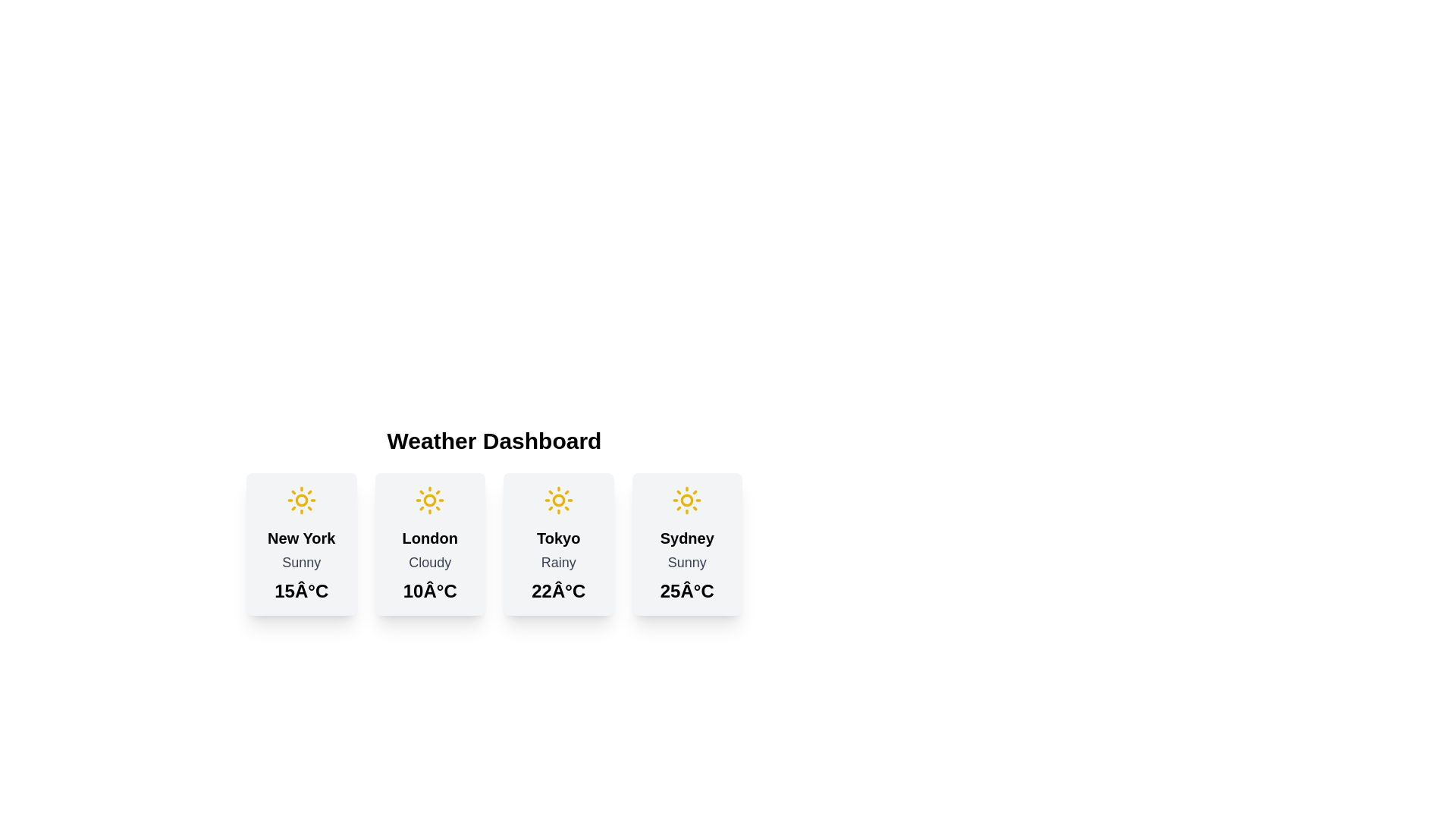  Describe the element at coordinates (429, 537) in the screenshot. I see `the Text Label displaying the location name on the weather information card` at that location.